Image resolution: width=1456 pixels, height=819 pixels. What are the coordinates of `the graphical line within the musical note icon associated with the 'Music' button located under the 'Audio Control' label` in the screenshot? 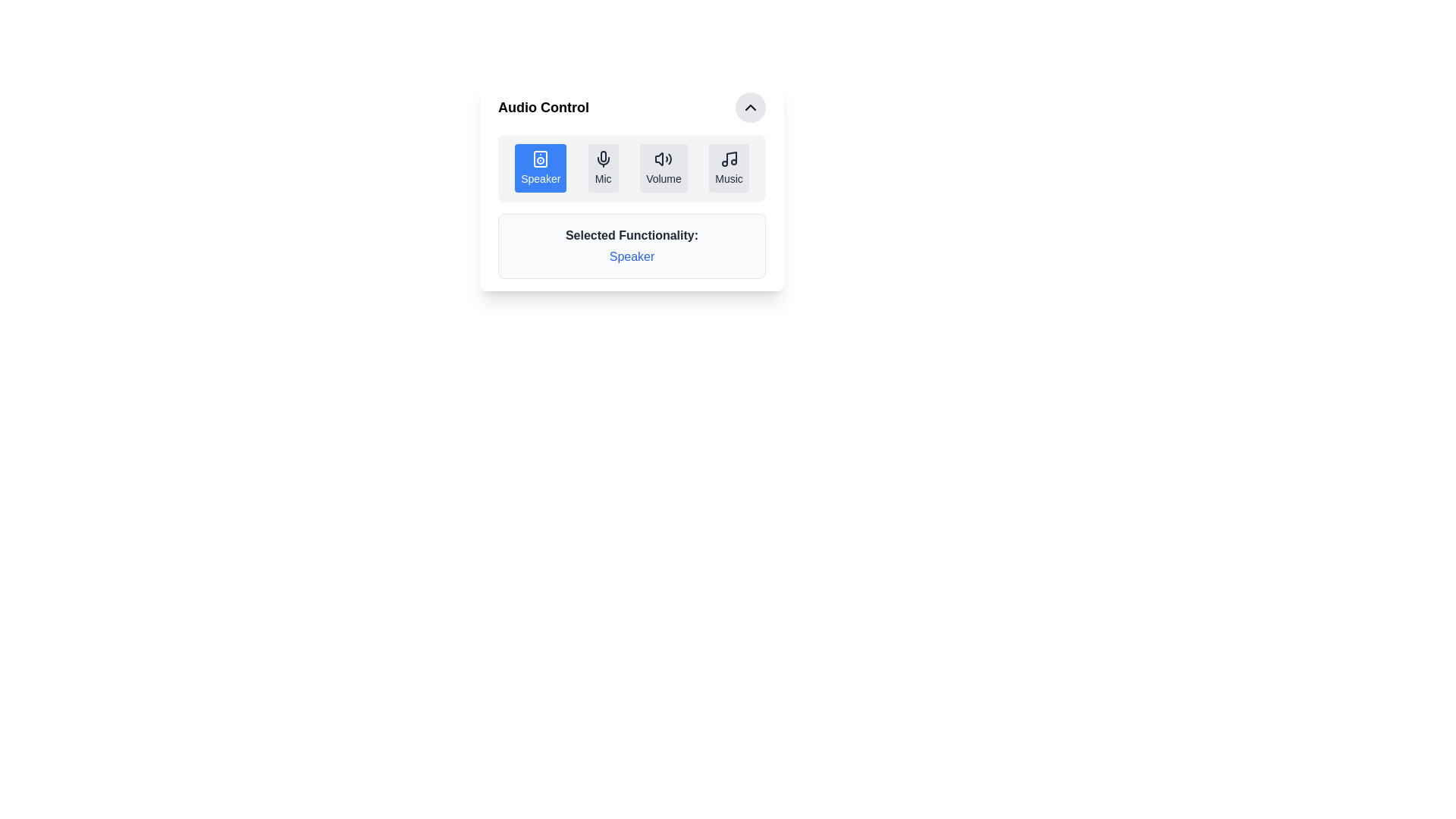 It's located at (731, 158).